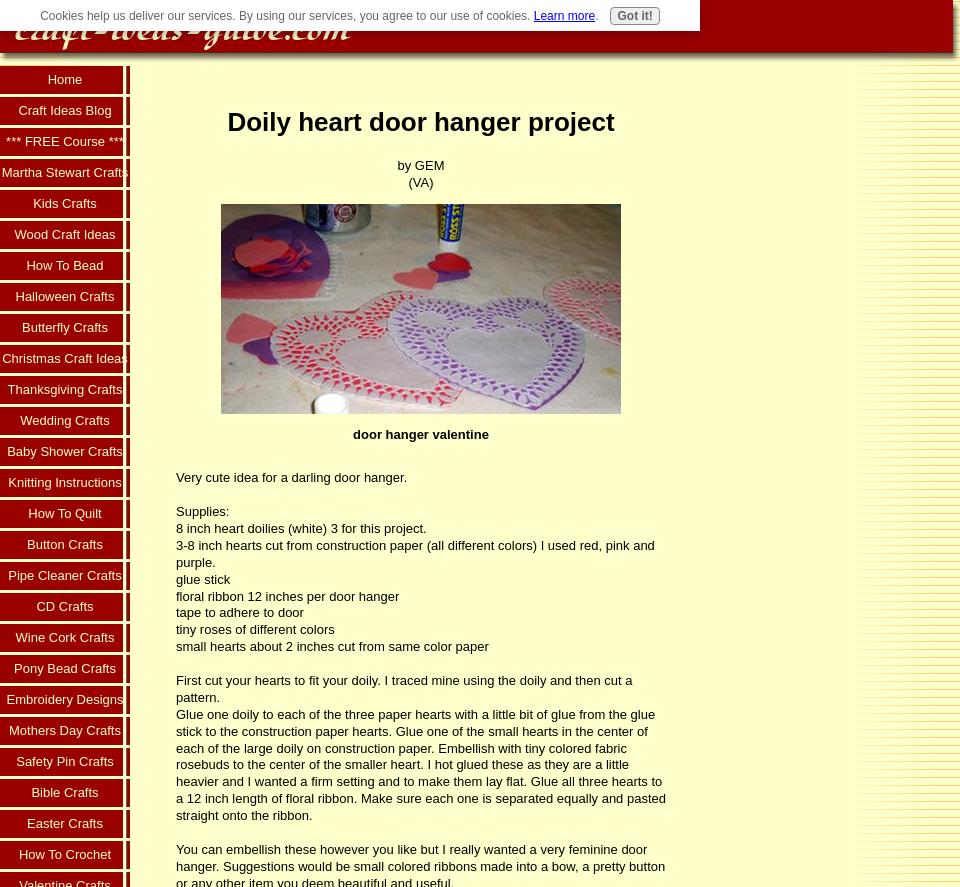  Describe the element at coordinates (64, 792) in the screenshot. I see `'Bible Crafts'` at that location.